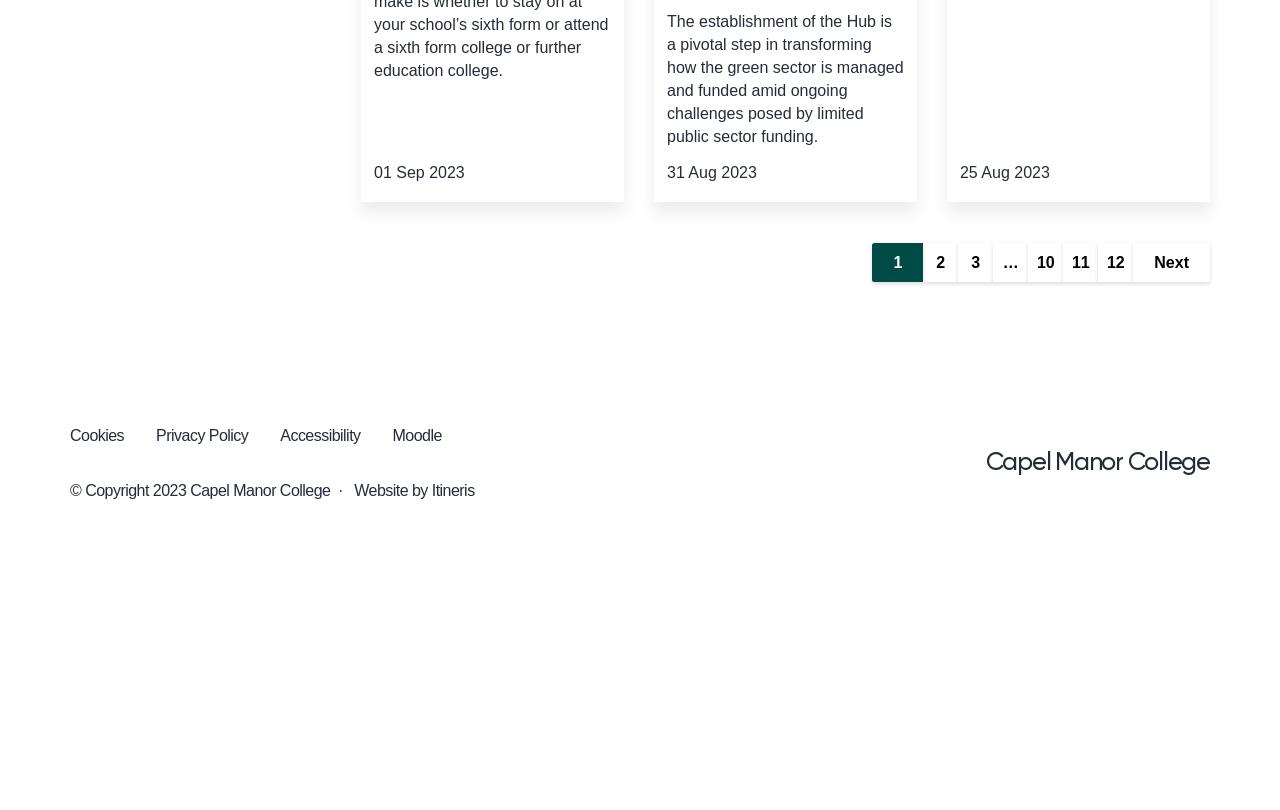 This screenshot has height=810, width=1280. Describe the element at coordinates (390, 490) in the screenshot. I see `'Website by'` at that location.